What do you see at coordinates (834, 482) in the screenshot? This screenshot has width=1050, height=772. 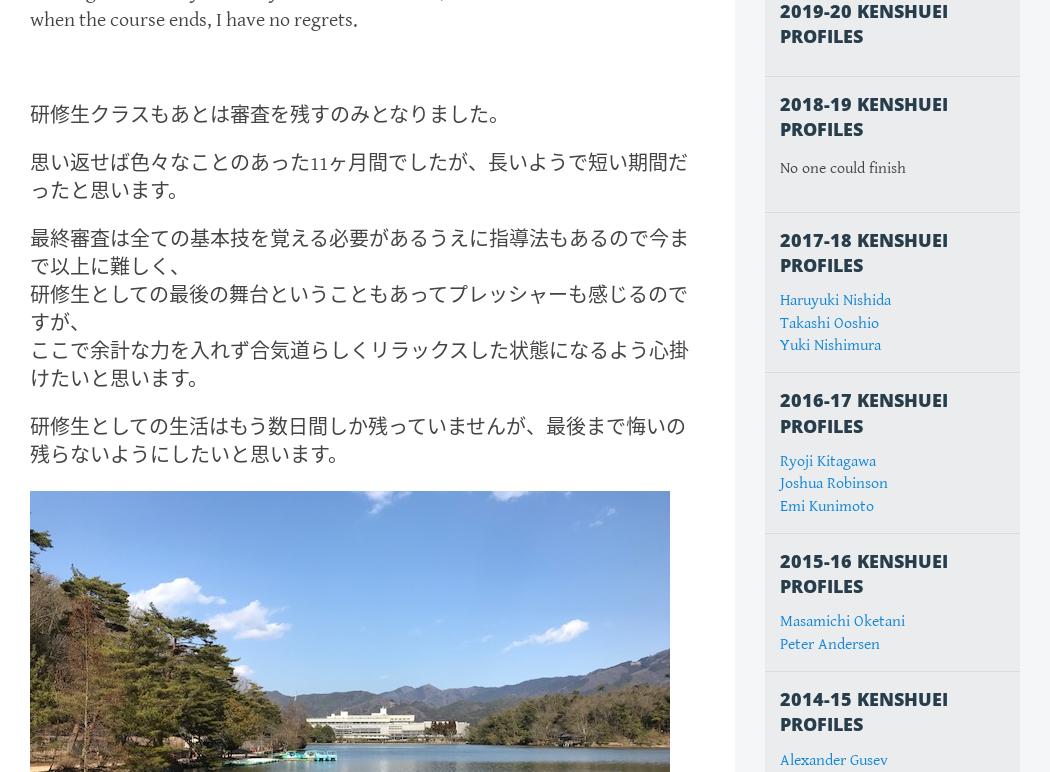 I see `'Joshua Robinson'` at bounding box center [834, 482].